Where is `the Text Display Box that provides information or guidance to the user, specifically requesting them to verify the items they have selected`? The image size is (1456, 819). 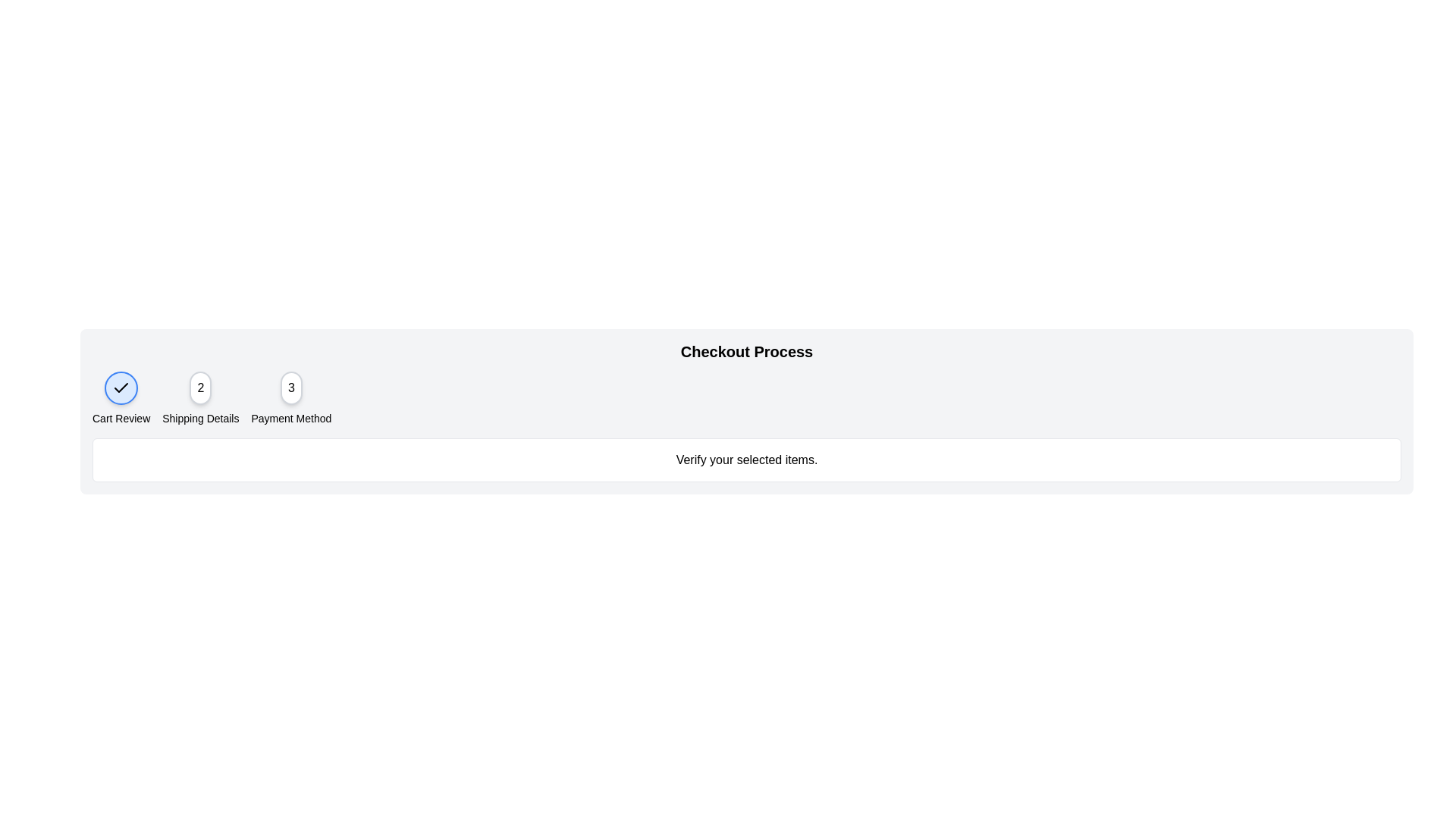 the Text Display Box that provides information or guidance to the user, specifically requesting them to verify the items they have selected is located at coordinates (746, 459).